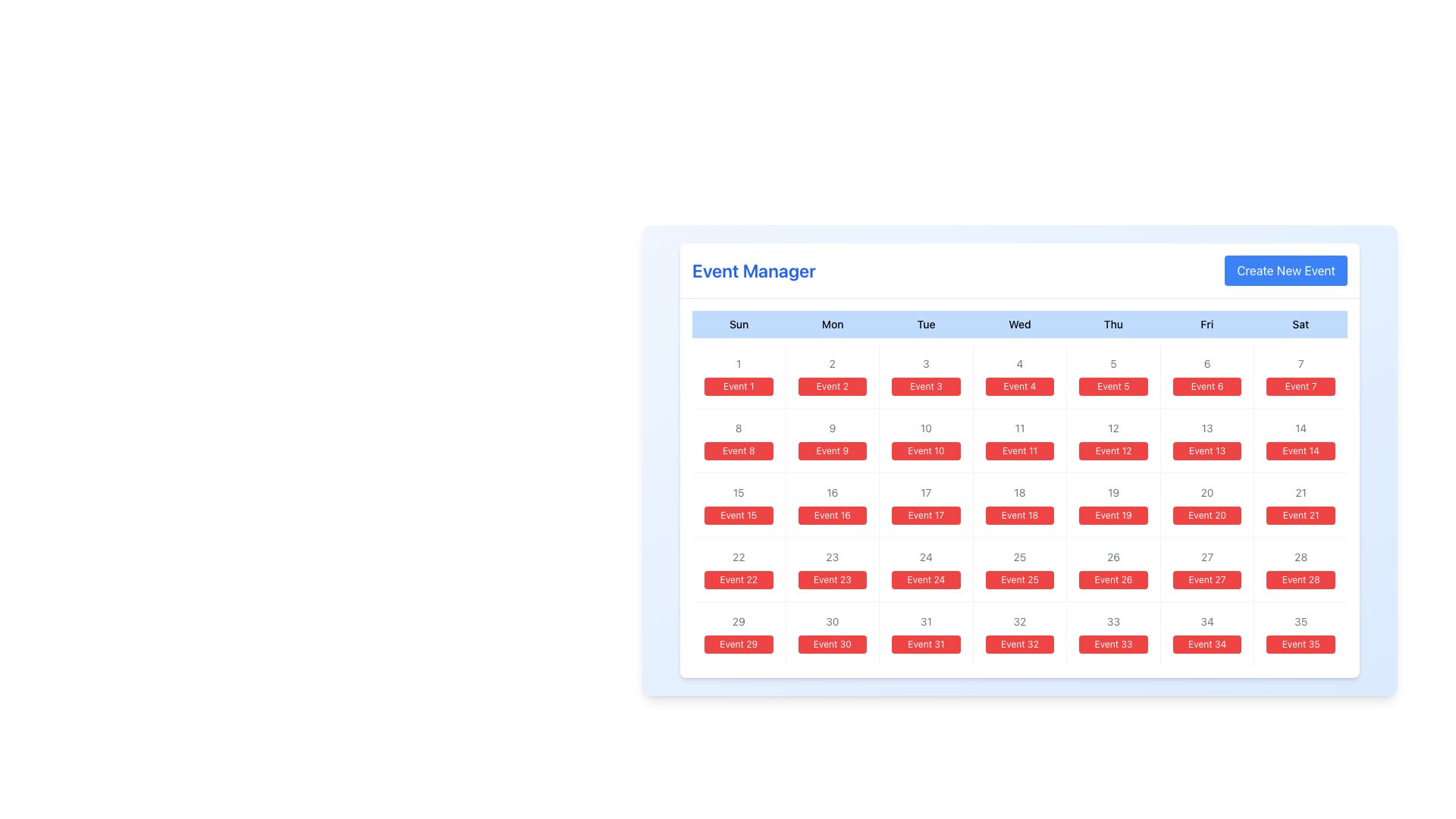  I want to click on the text label displaying the number '20' in gray font, located above the red button labeled 'Event 20' in the calendar grid under column 'Fri' and row '4.', so click(1207, 493).